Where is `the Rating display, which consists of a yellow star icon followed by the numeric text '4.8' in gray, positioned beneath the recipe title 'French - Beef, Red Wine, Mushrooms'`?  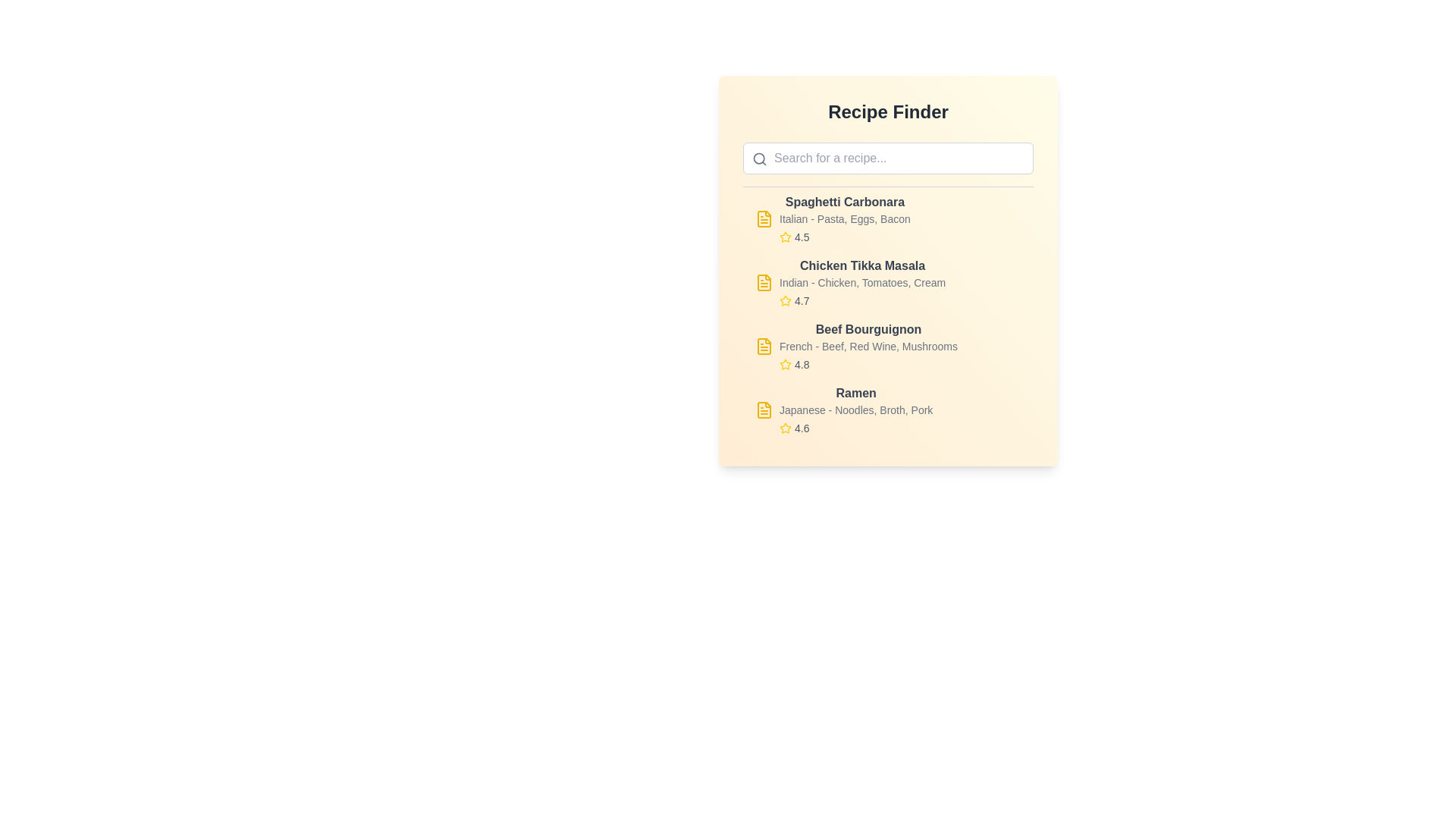 the Rating display, which consists of a yellow star icon followed by the numeric text '4.8' in gray, positioned beneath the recipe title 'French - Beef, Red Wine, Mushrooms' is located at coordinates (868, 365).